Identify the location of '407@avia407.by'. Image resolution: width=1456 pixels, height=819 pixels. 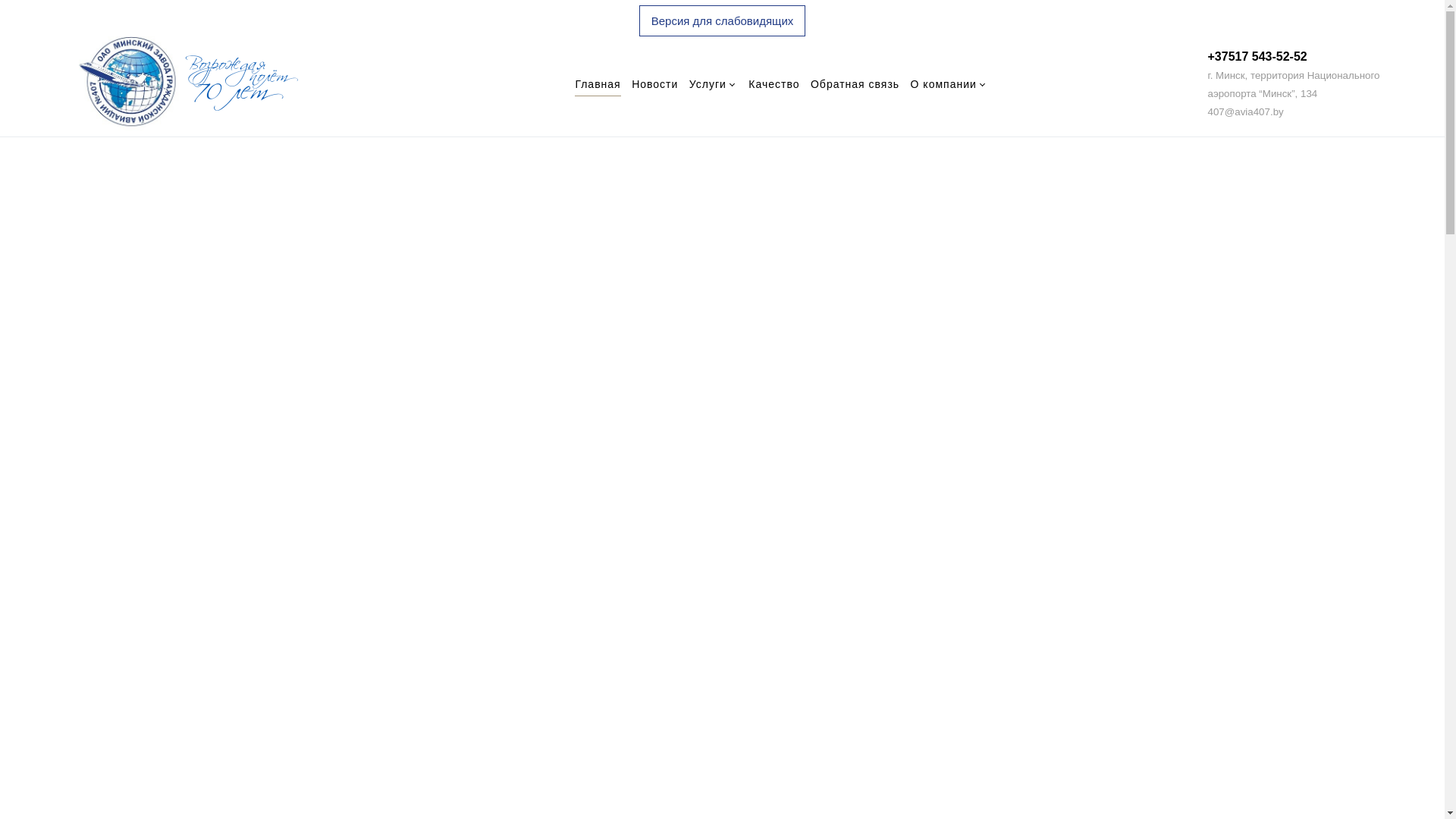
(1244, 110).